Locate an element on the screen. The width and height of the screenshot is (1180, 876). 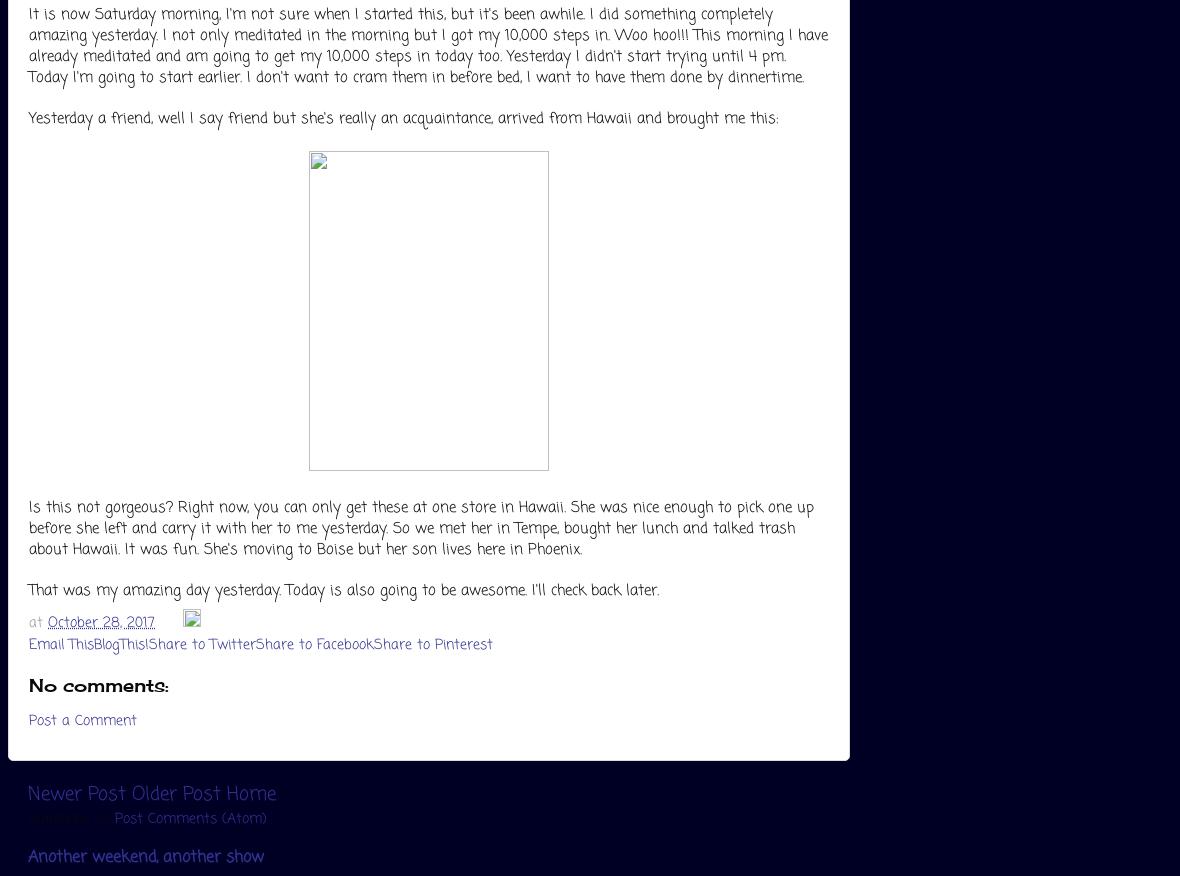
'Older Post' is located at coordinates (131, 793).